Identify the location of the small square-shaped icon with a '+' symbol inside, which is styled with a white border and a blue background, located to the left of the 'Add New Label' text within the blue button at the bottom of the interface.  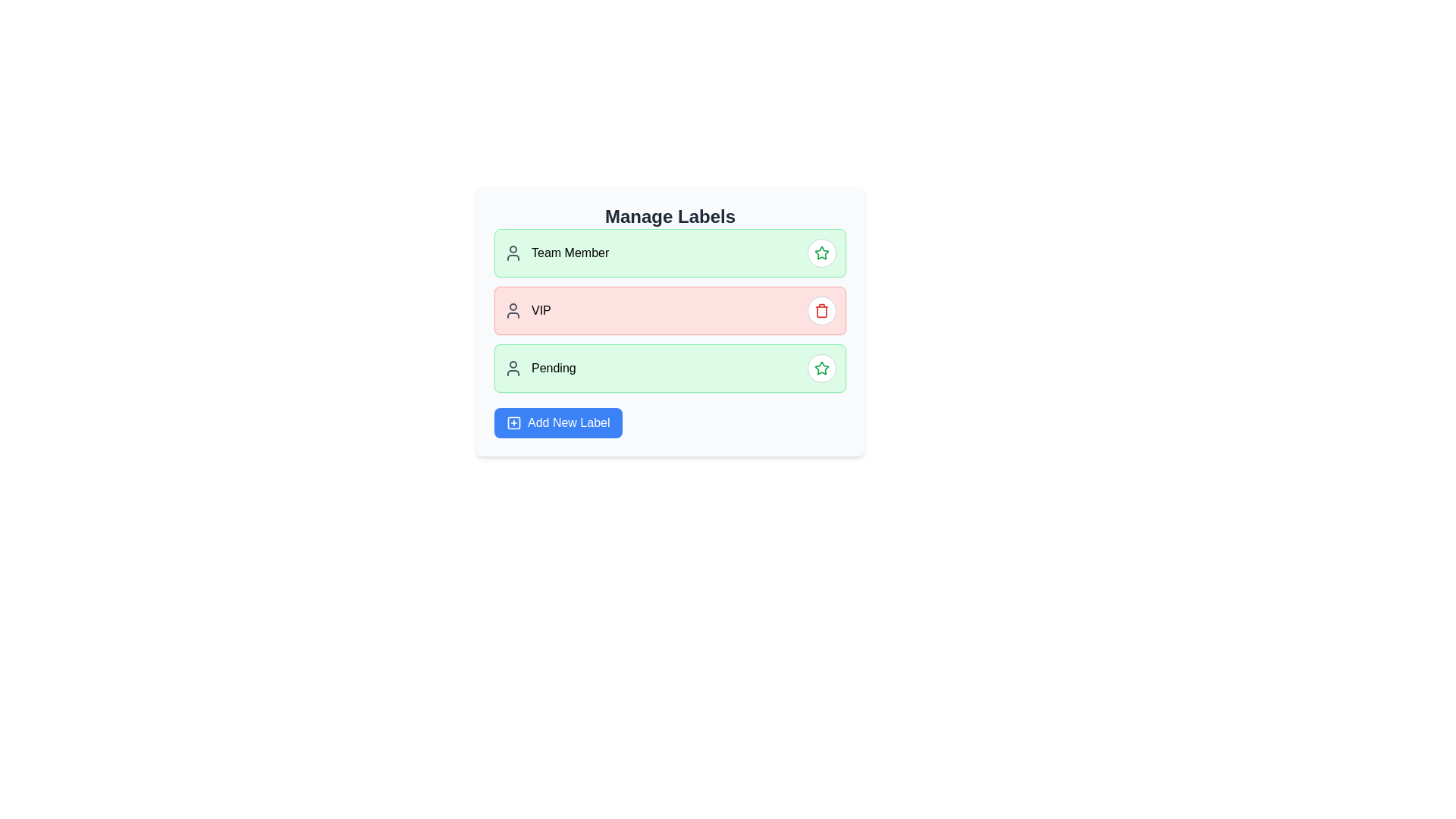
(513, 423).